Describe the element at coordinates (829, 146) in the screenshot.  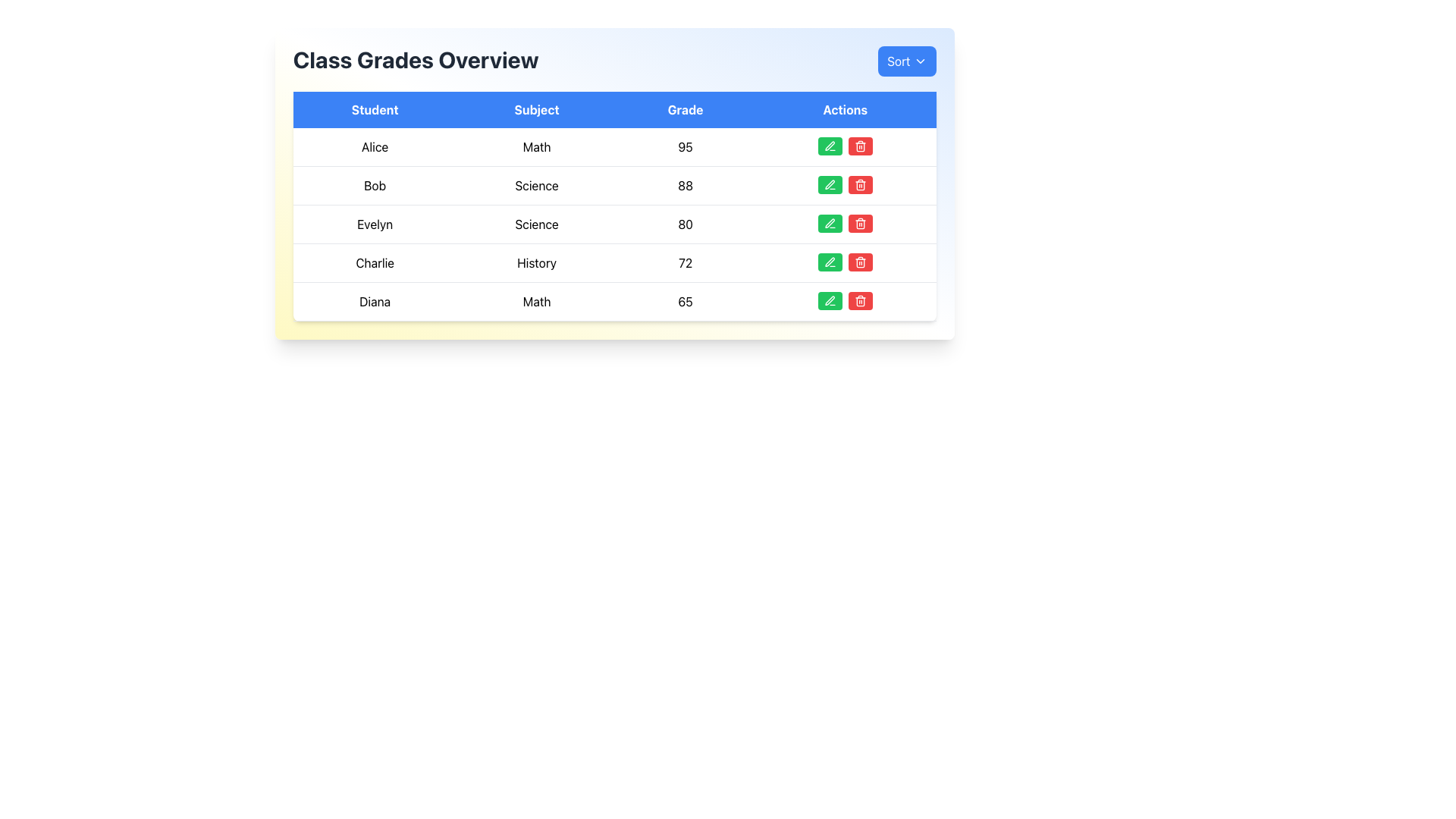
I see `the pen icon in the 'Actions' column for the student 'Alice'` at that location.